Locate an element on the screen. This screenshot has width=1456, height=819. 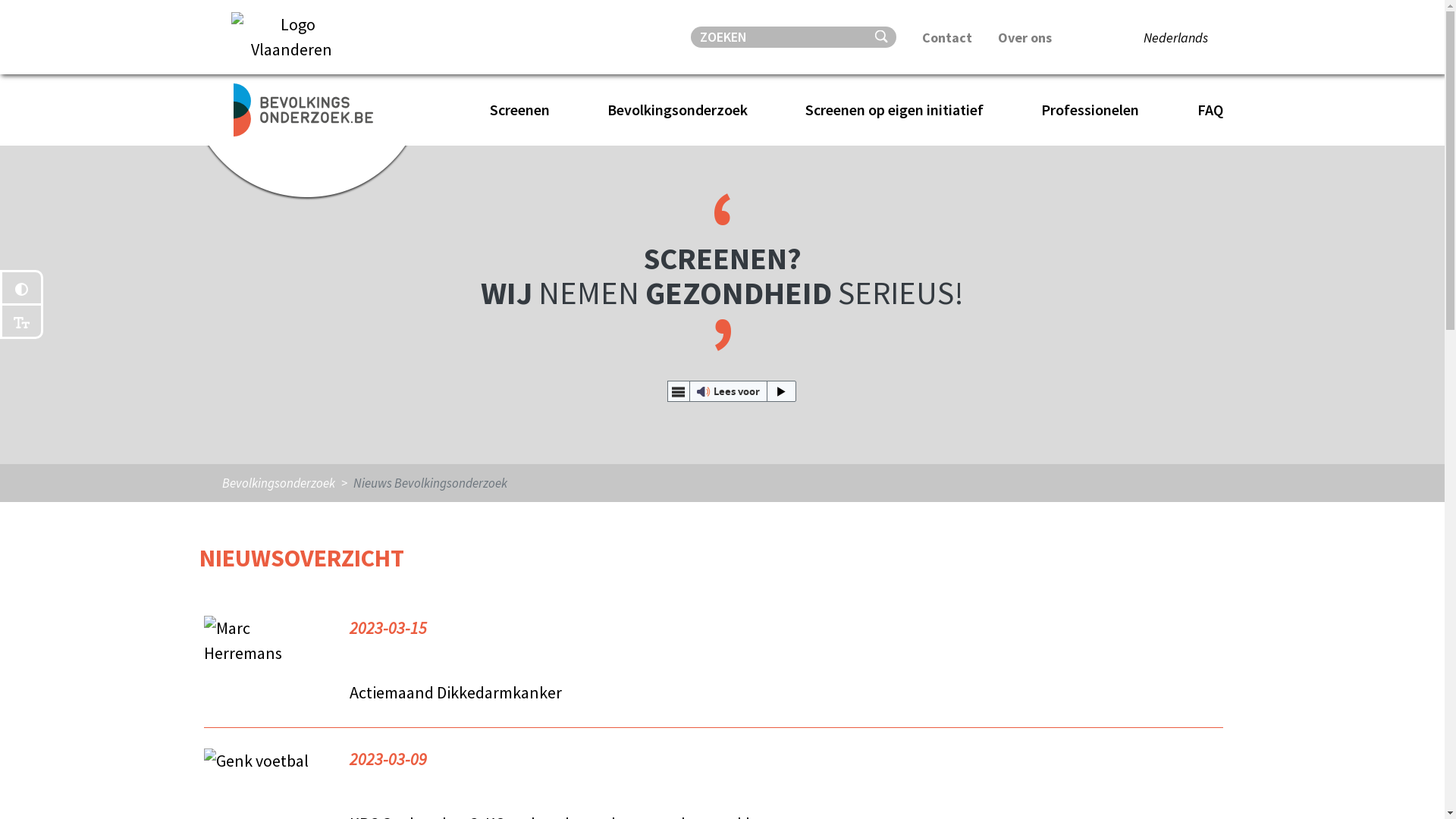
'Screenen op eigen initiatief' is located at coordinates (900, 109).